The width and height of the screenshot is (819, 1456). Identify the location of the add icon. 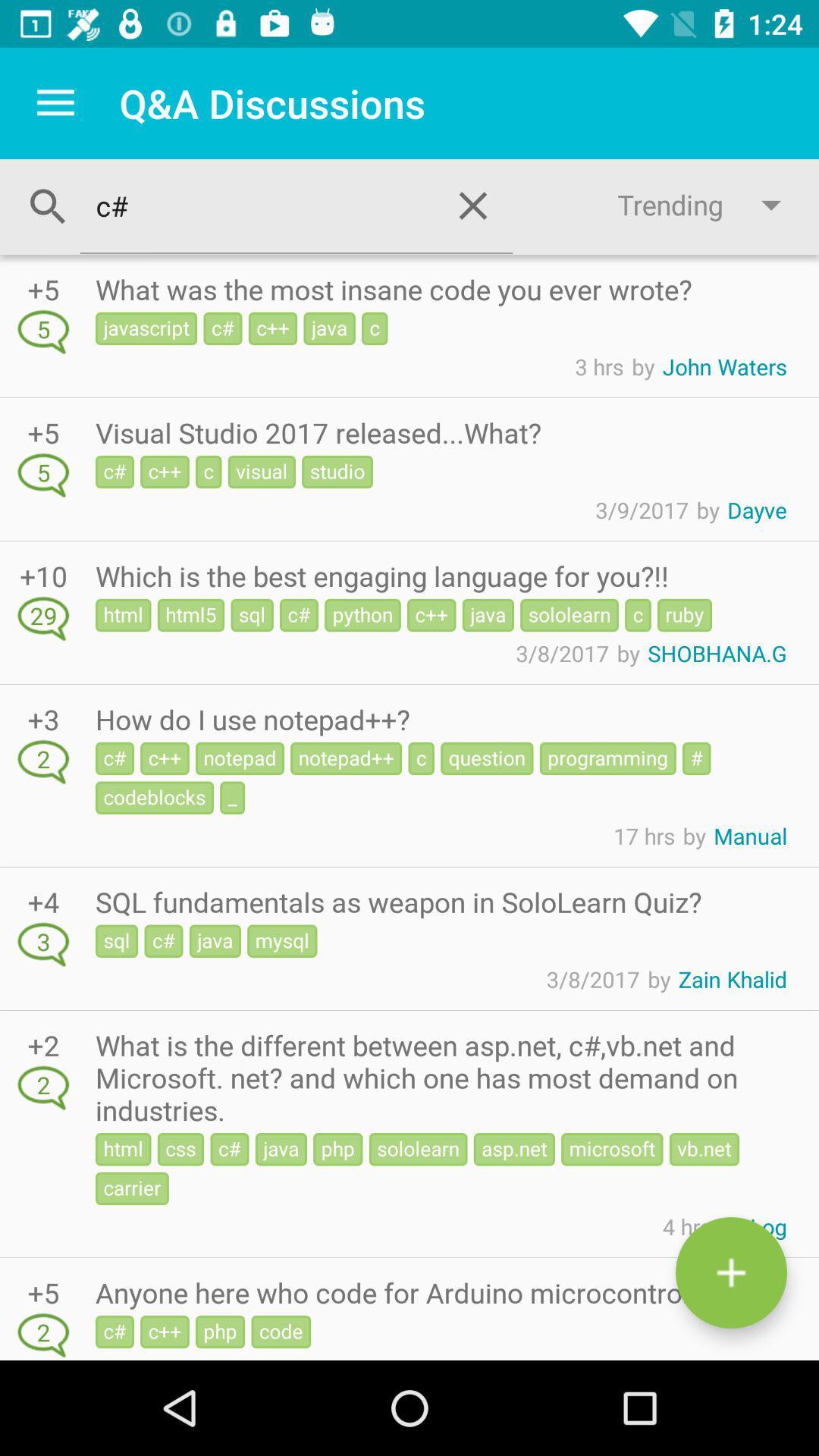
(730, 1272).